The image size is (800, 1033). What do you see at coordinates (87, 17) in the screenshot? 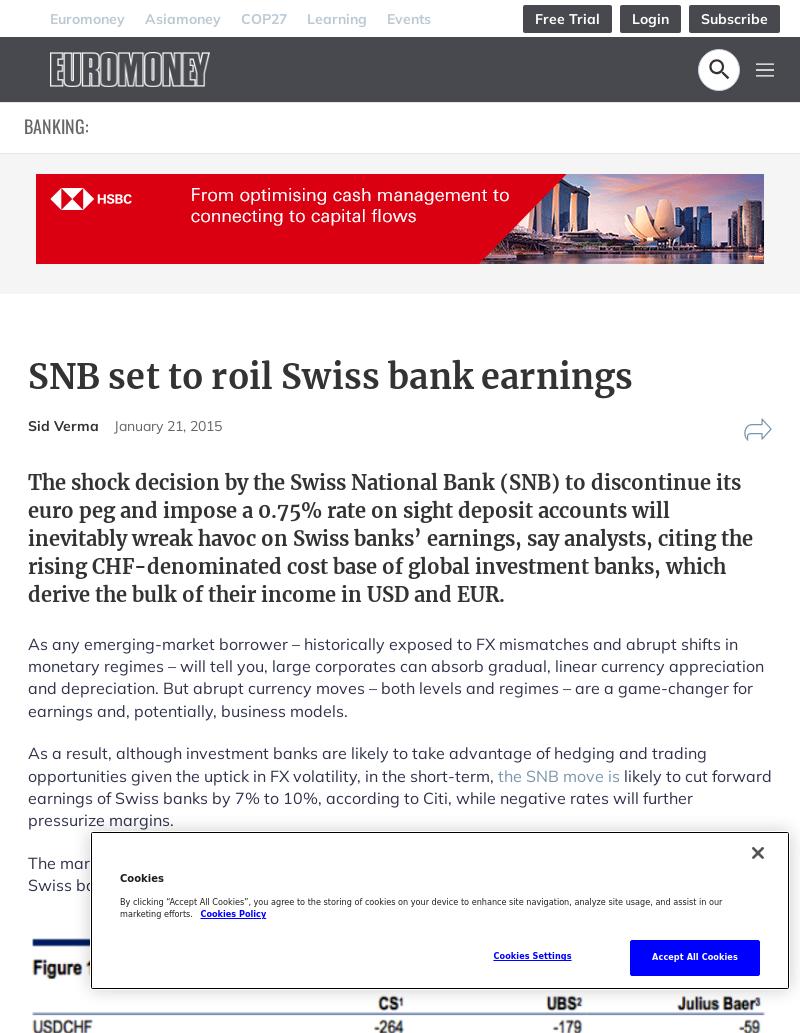
I see `'Euromoney'` at bounding box center [87, 17].